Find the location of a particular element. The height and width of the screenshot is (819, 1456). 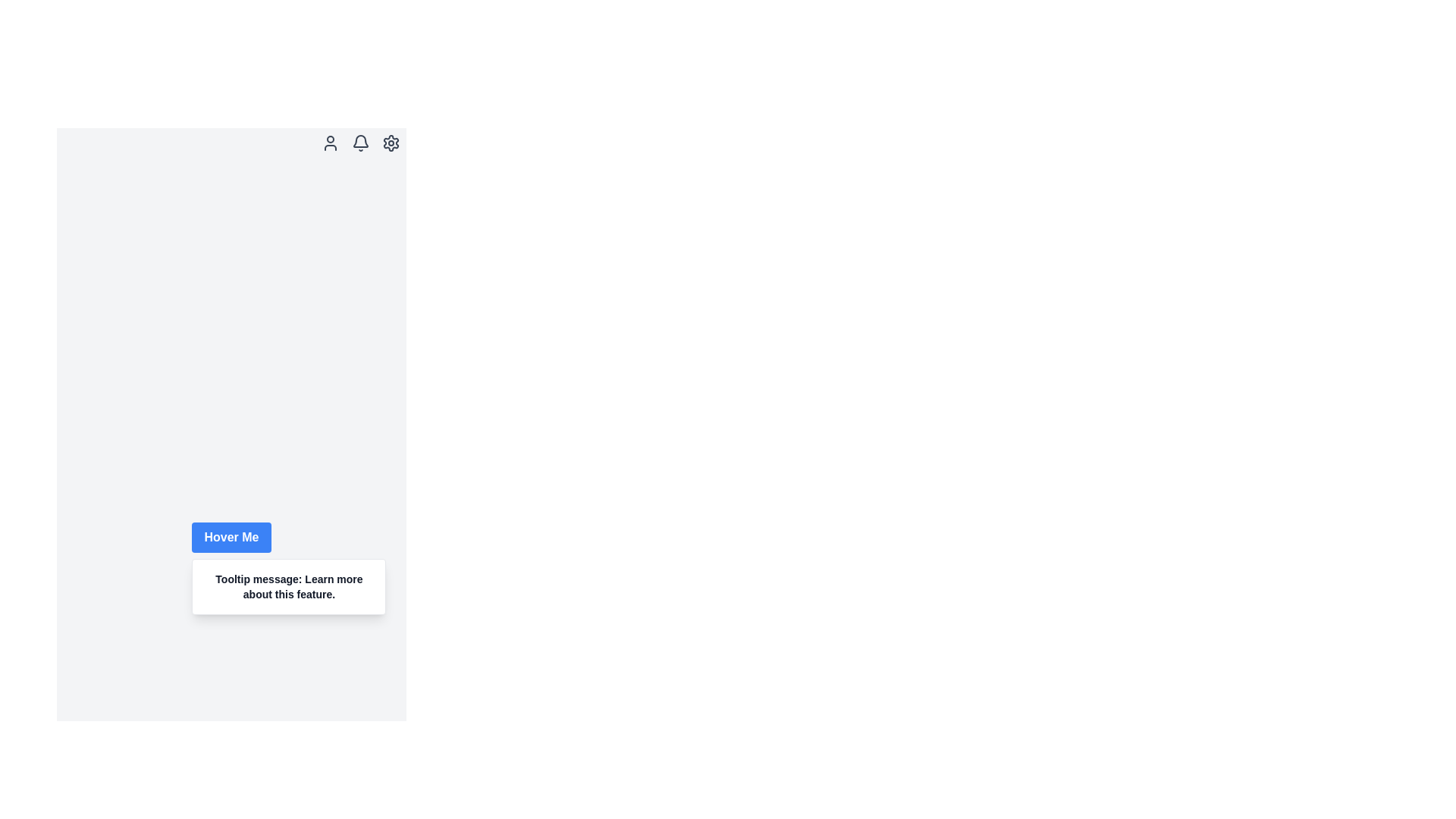

the user profile icon, which is the first icon from the left in a set of three icons located in the top-right corner of the interface is located at coordinates (330, 143).